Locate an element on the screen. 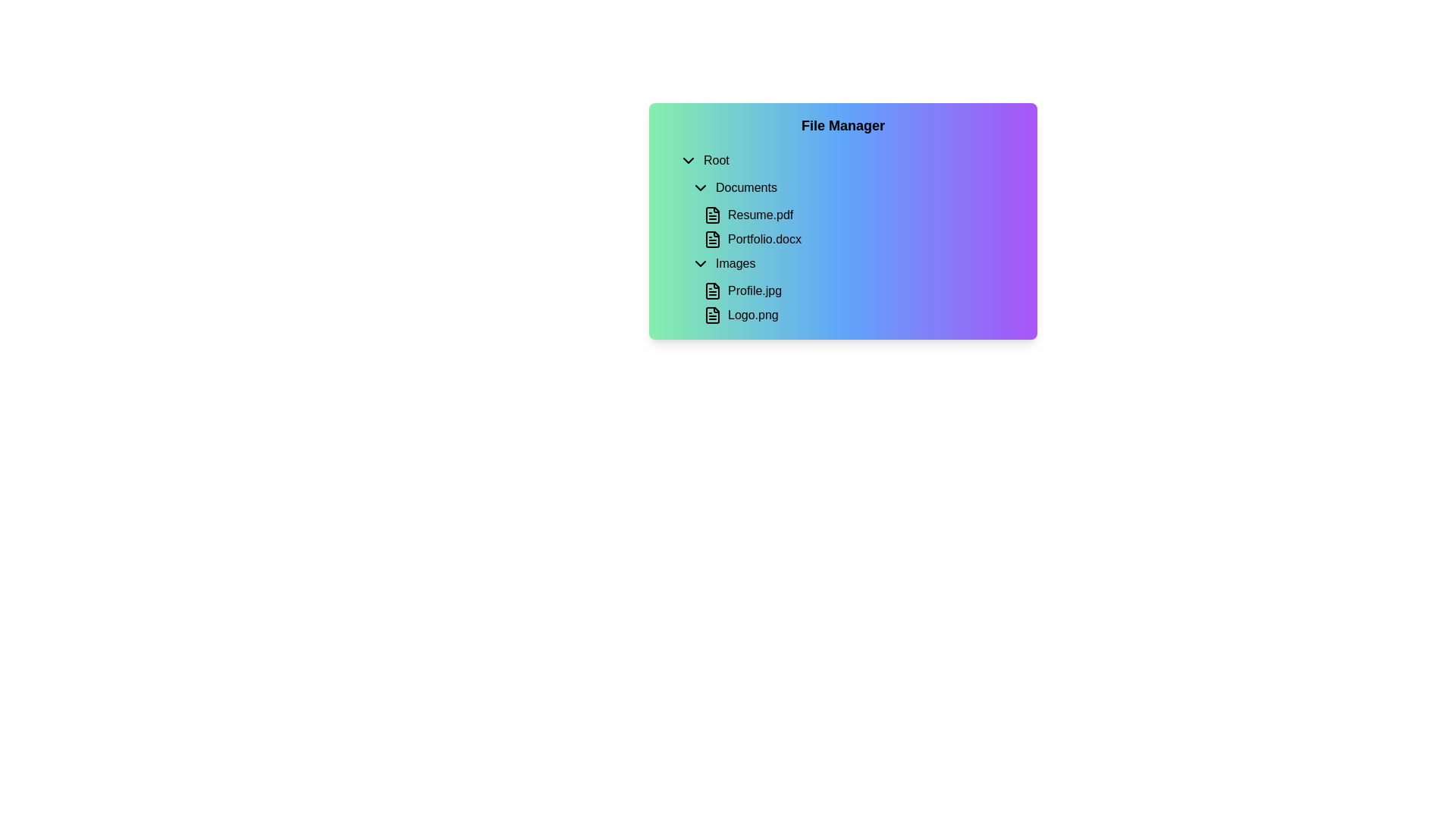 This screenshot has width=1456, height=819. the 'Resume.pdf' text label, which is bold and located next to a file icon in the 'File Manager' panel is located at coordinates (761, 215).